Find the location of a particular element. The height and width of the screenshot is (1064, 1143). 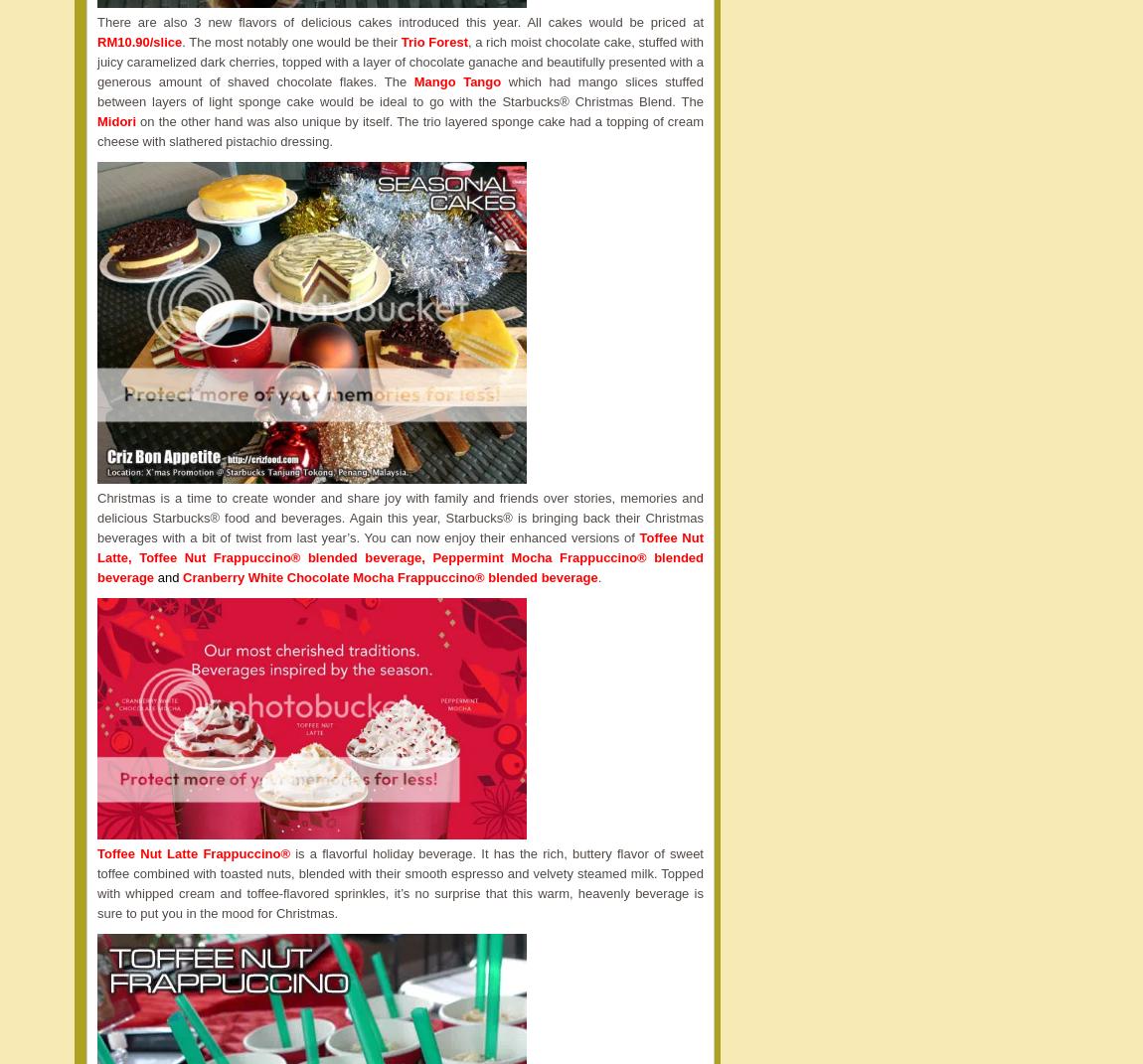

'Trio Forest' is located at coordinates (433, 41).